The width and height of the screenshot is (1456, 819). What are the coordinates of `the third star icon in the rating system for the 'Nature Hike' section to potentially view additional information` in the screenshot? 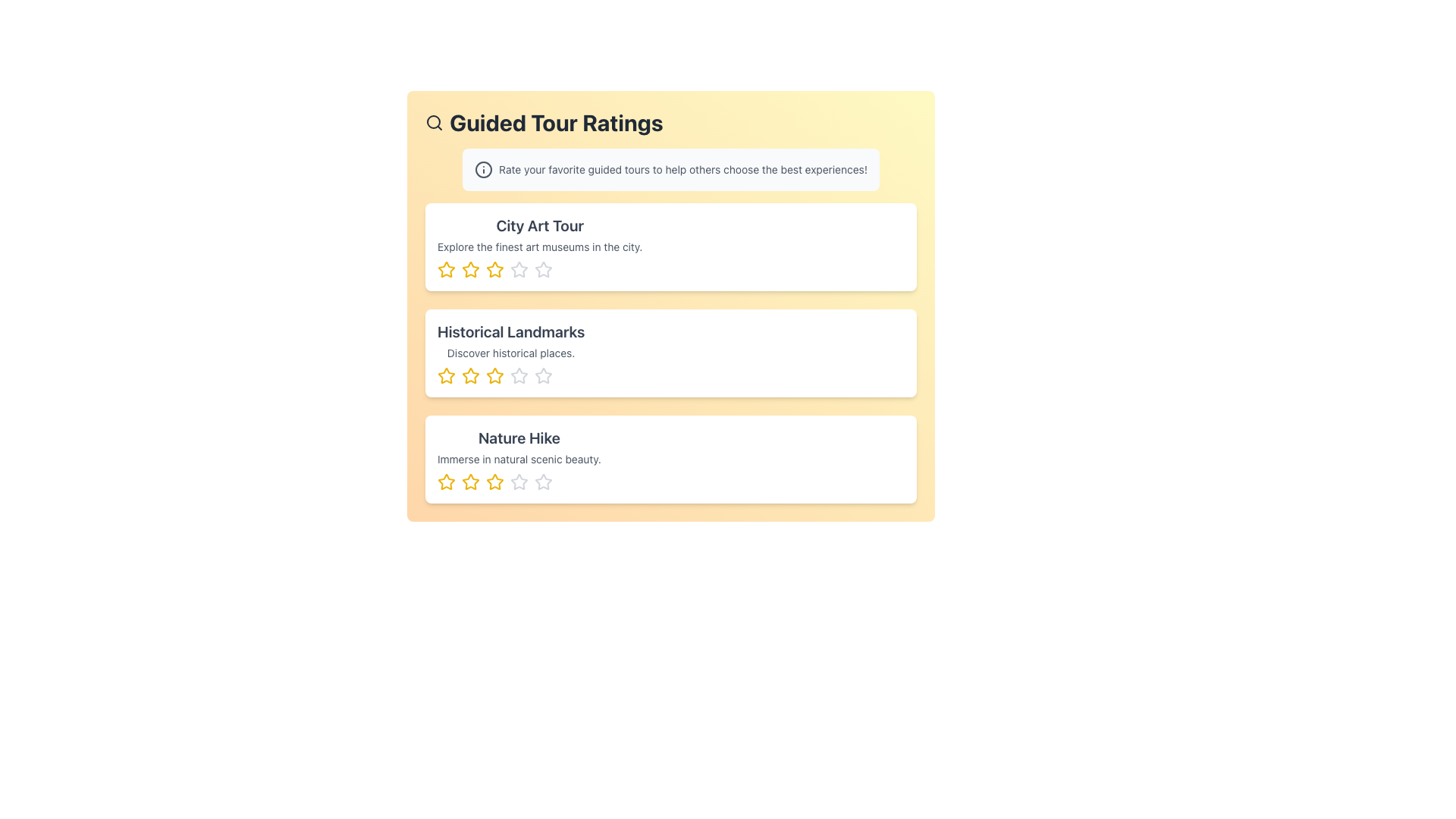 It's located at (494, 482).